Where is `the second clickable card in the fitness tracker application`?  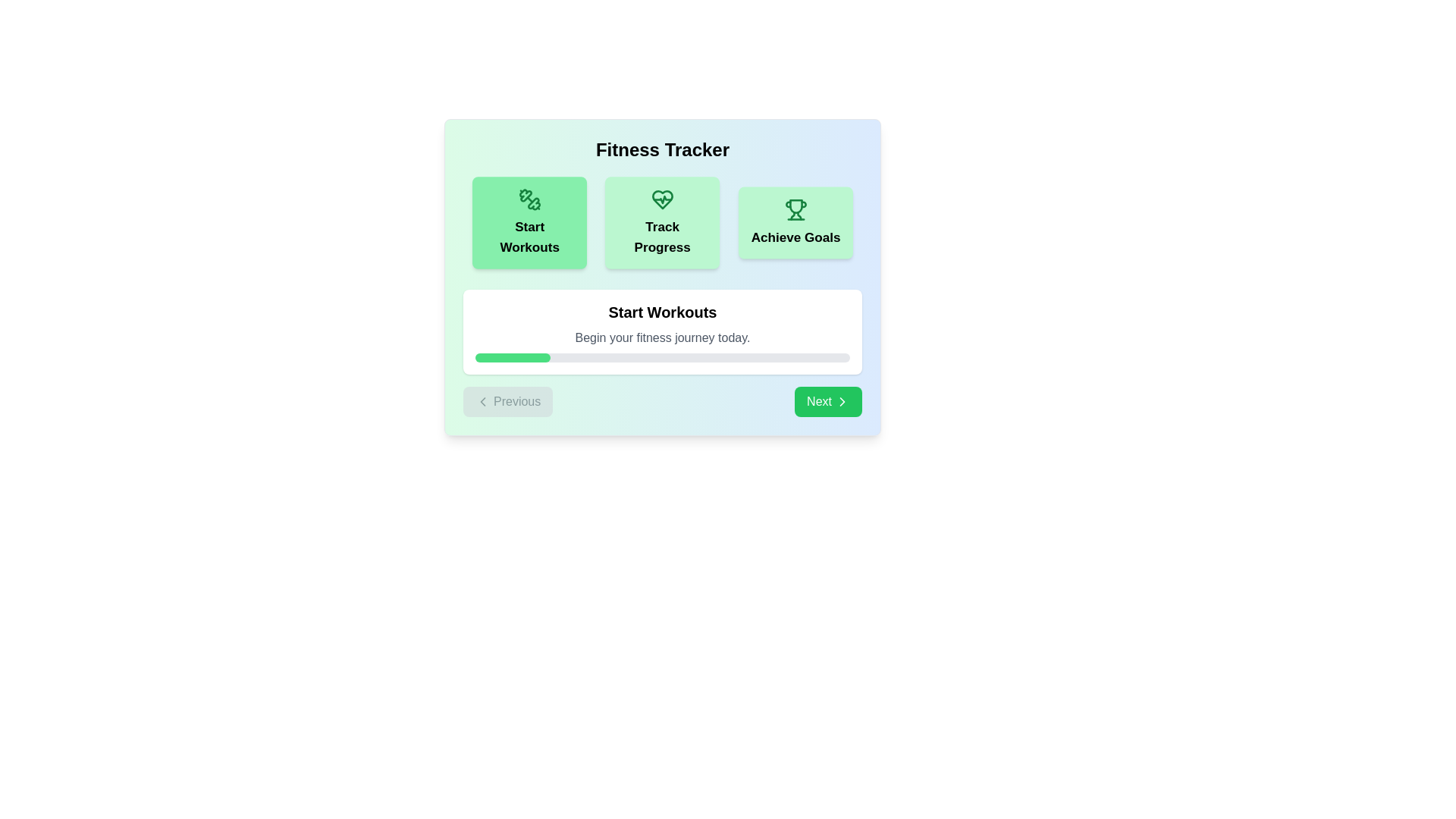 the second clickable card in the fitness tracker application is located at coordinates (662, 222).